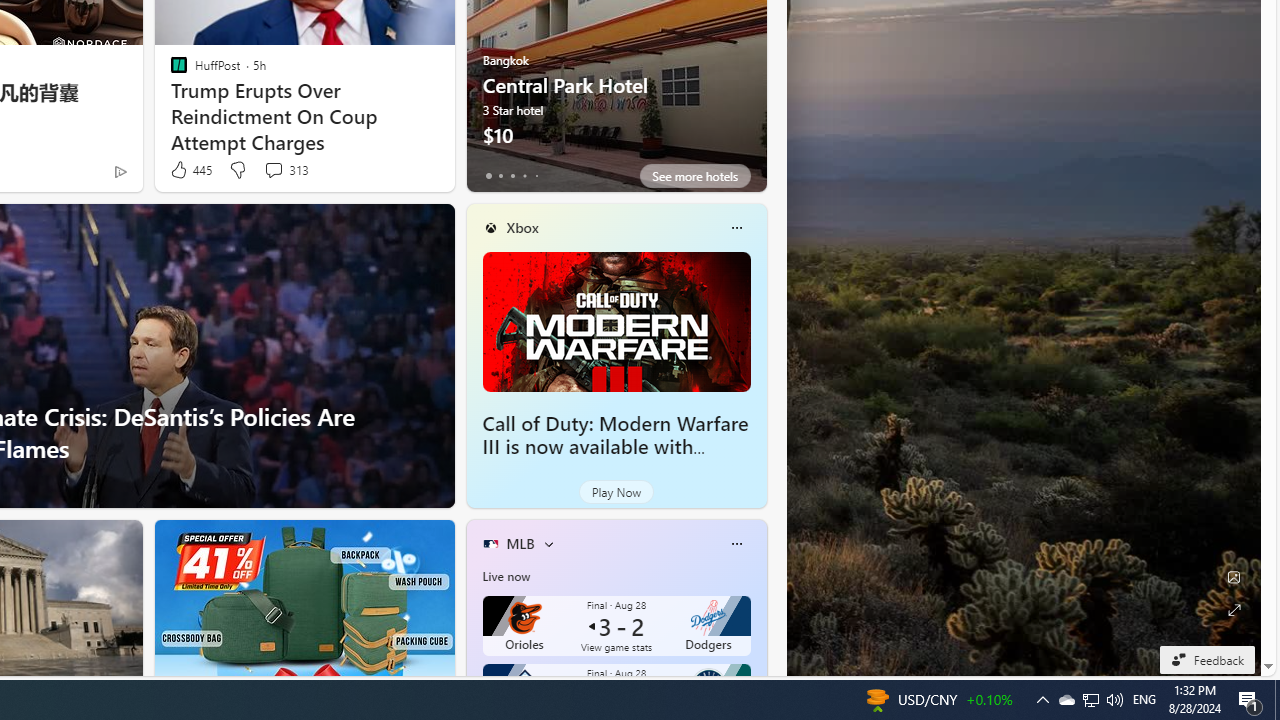 This screenshot has width=1280, height=720. What do you see at coordinates (272, 168) in the screenshot?
I see `'View comments 313 Comment'` at bounding box center [272, 168].